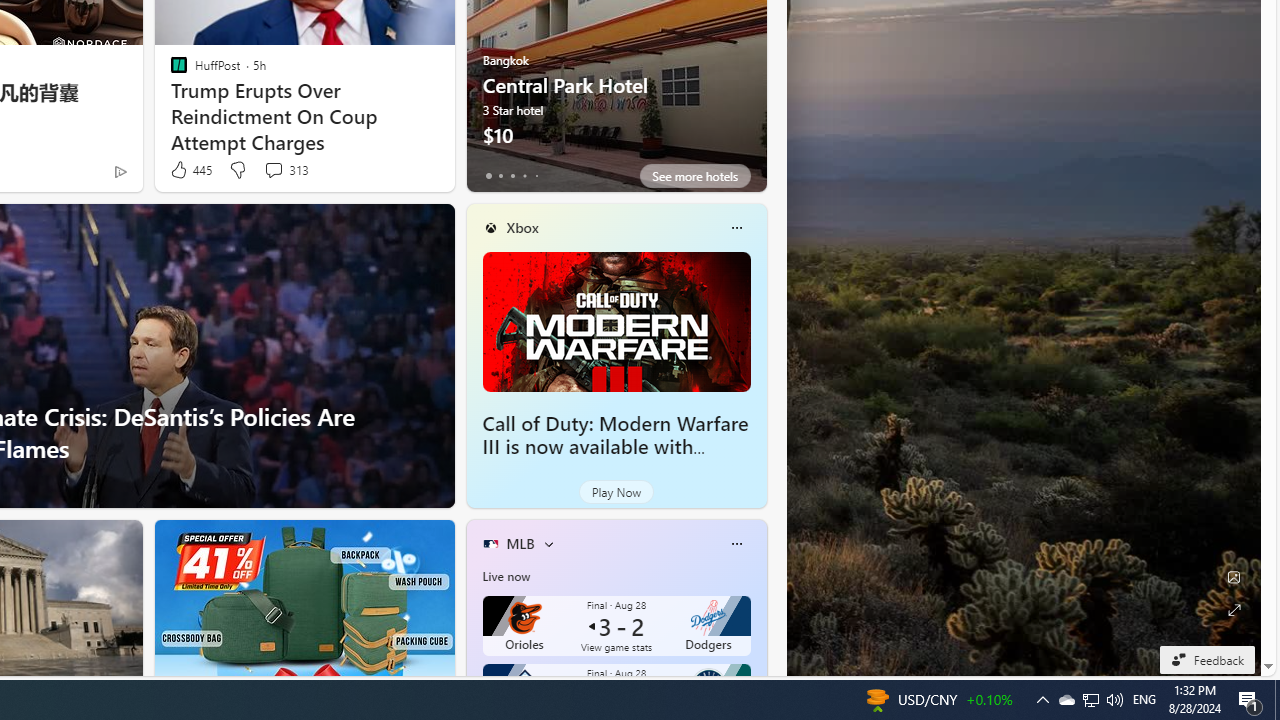 This screenshot has width=1280, height=720. What do you see at coordinates (272, 168) in the screenshot?
I see `'View comments 313 Comment'` at bounding box center [272, 168].